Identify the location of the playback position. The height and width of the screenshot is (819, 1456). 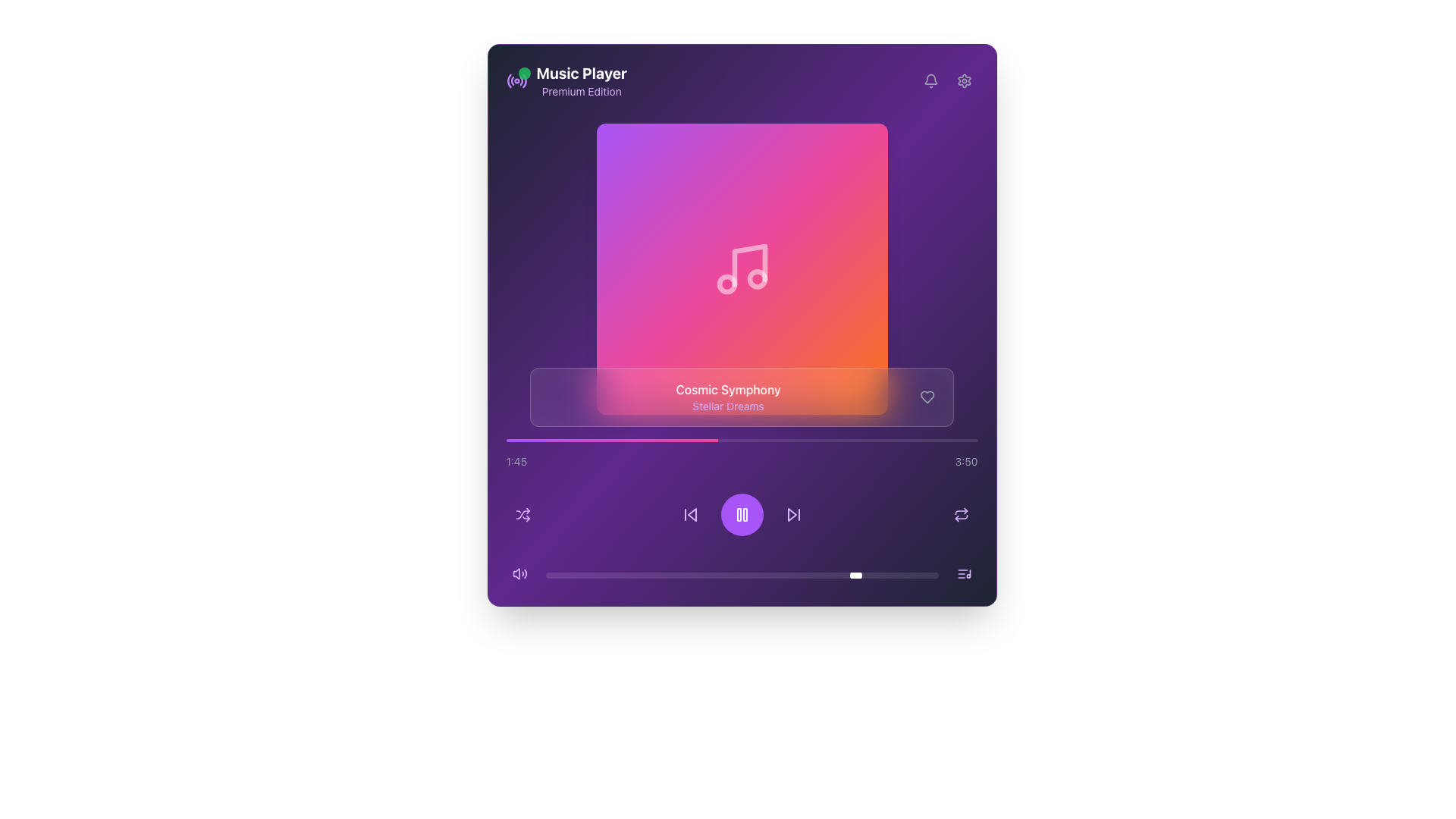
(756, 441).